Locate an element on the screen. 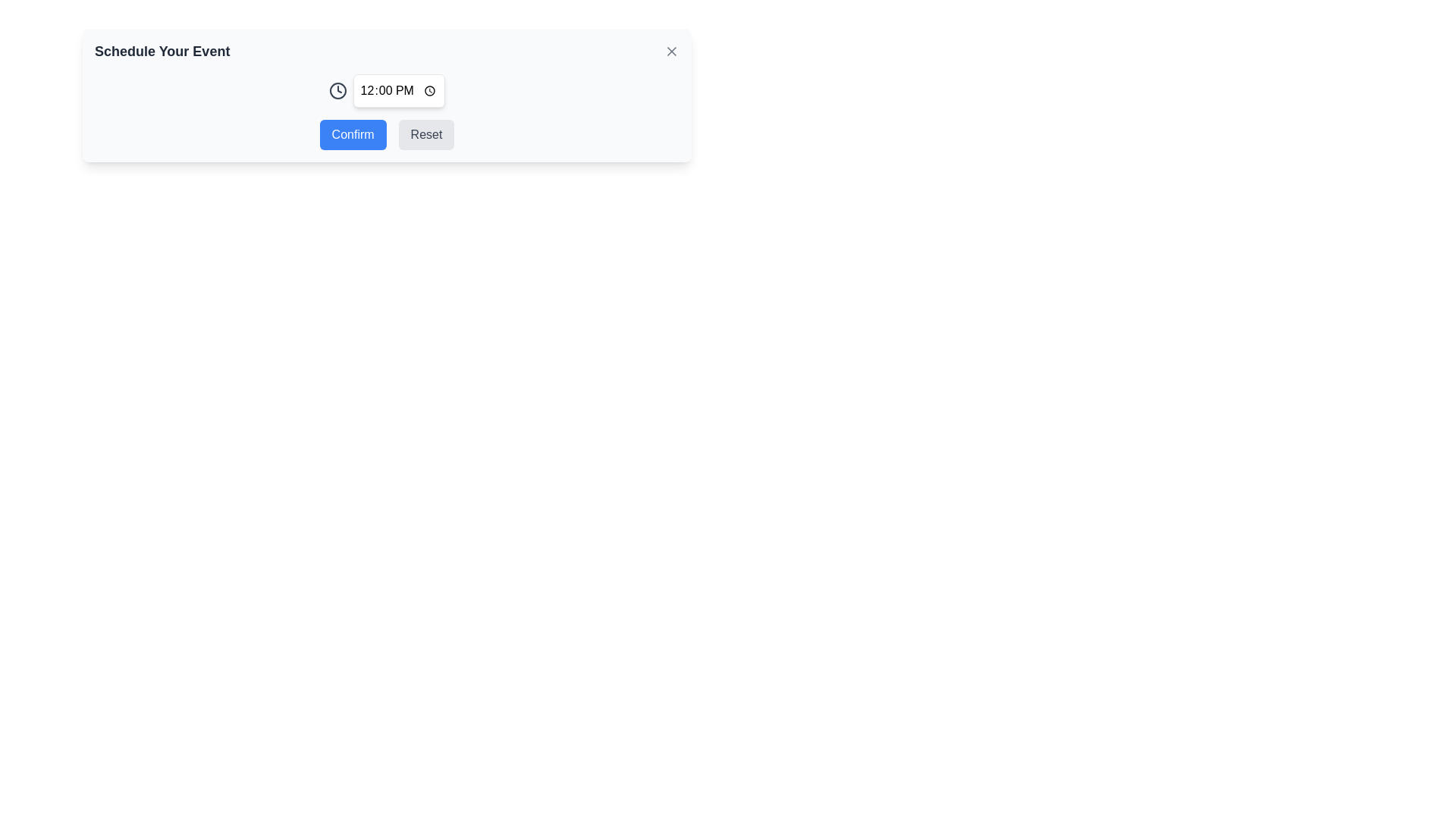 The width and height of the screenshot is (1456, 819). the small cross or close icon located in the top-right corner of the card layout titled 'Schedule Your Event' is located at coordinates (671, 51).